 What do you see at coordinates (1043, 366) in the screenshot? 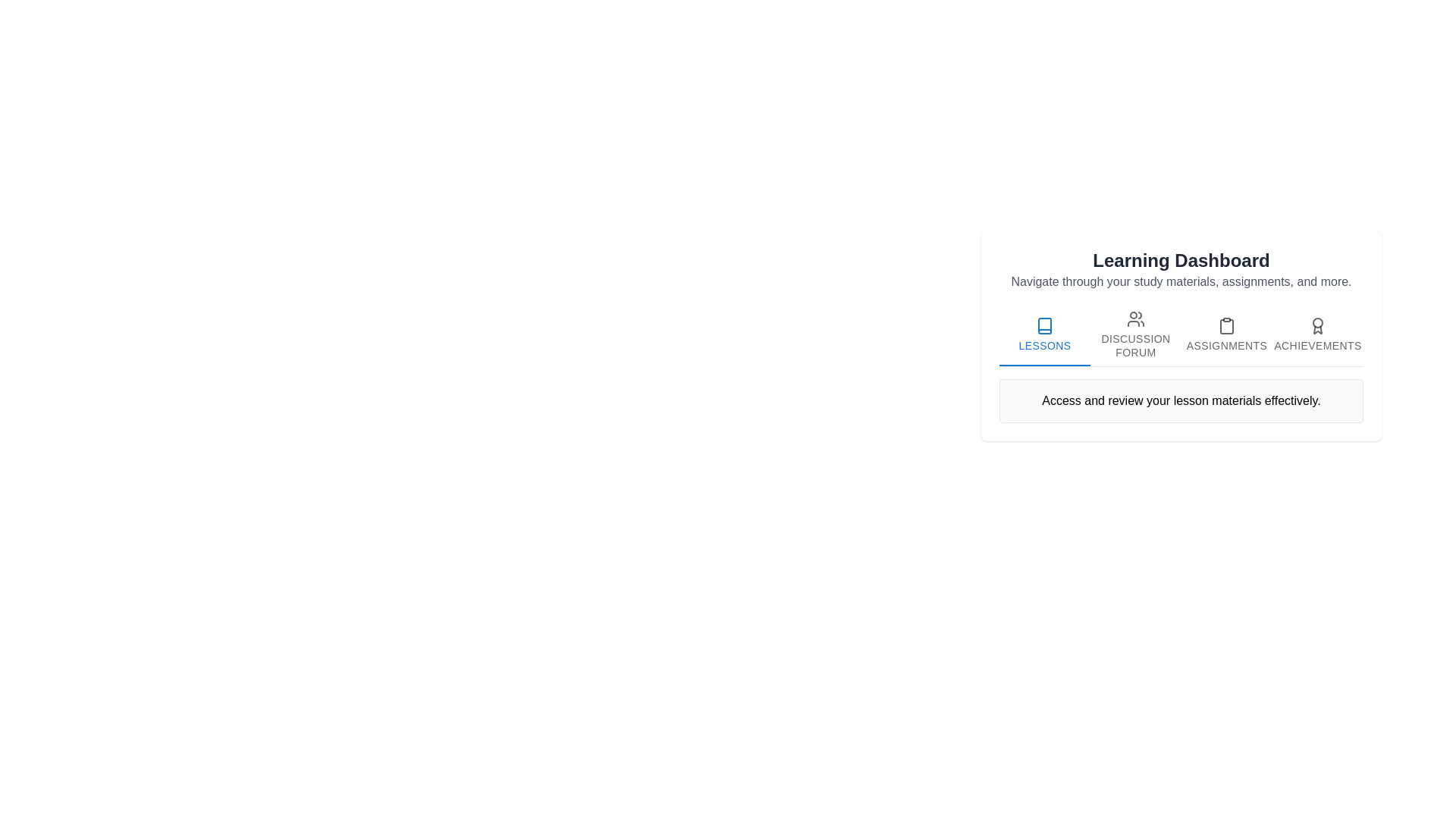
I see `the Indicator bar that visually indicates the currently active 'Lessons' tab in the tabbed navigation interface` at bounding box center [1043, 366].